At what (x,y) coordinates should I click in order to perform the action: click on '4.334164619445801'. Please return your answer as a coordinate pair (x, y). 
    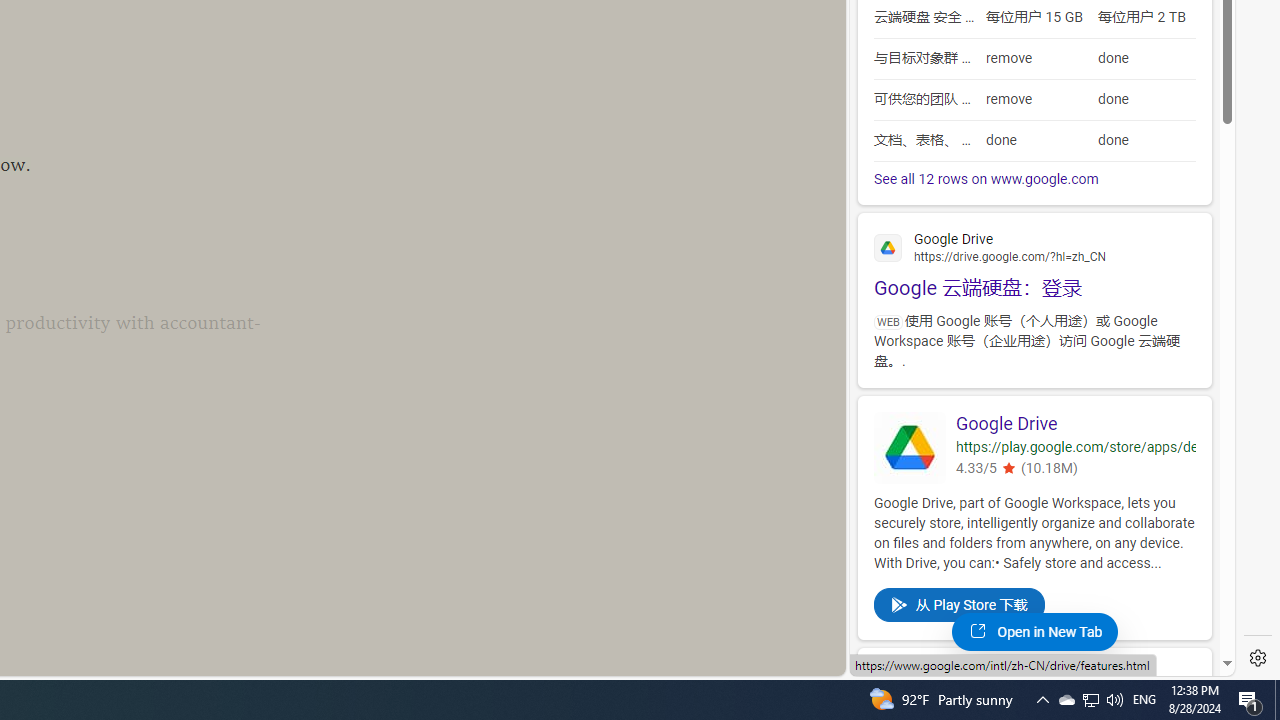
    Looking at the image, I should click on (1008, 469).